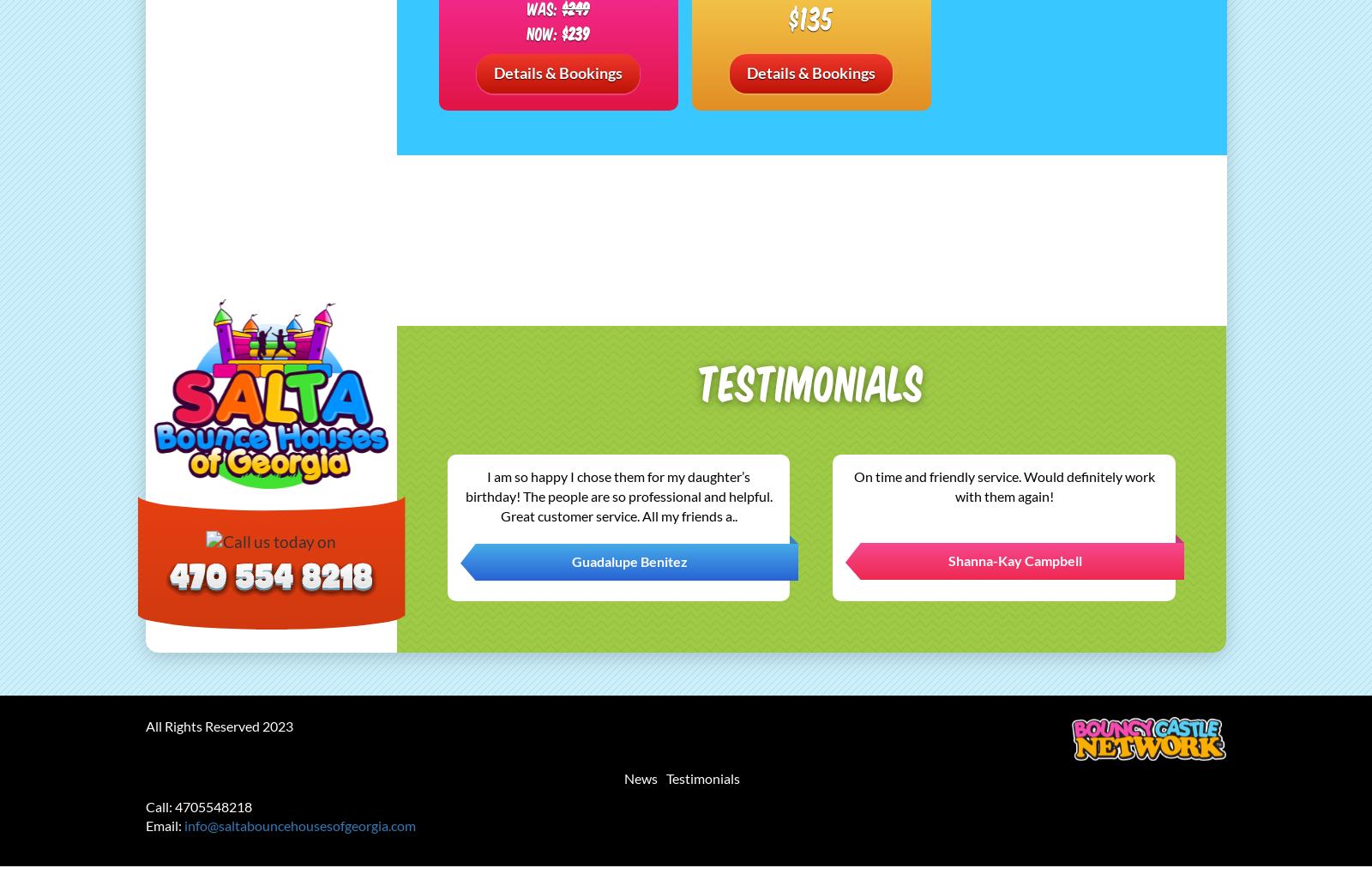 Image resolution: width=1372 pixels, height=886 pixels. Describe the element at coordinates (144, 726) in the screenshot. I see `'All Rights Reserved 2023'` at that location.